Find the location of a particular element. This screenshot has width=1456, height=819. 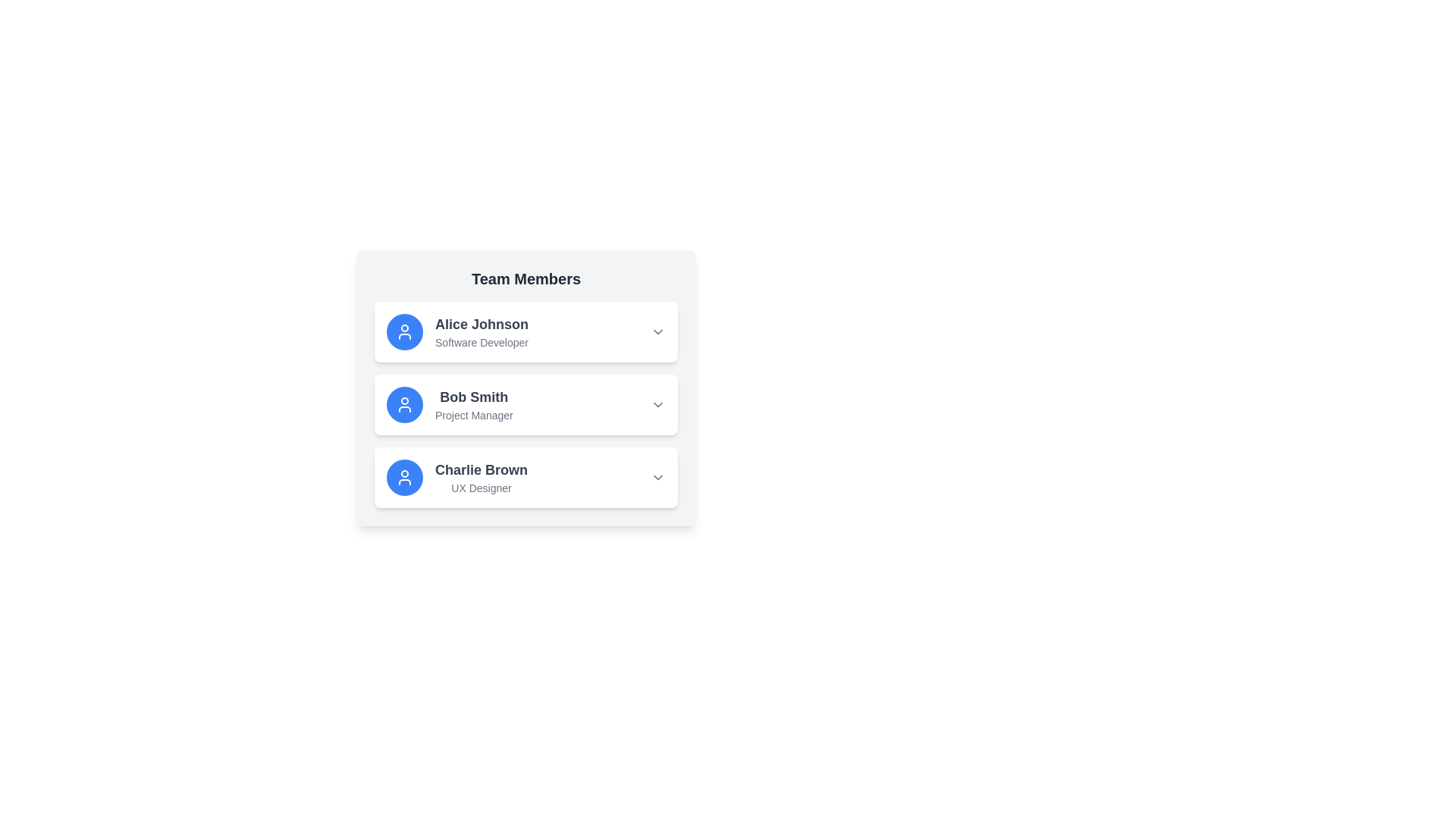

the Profile entry display for Bob Smith, the Project Manager, located centrally in the Team Members list as the second item is located at coordinates (449, 403).